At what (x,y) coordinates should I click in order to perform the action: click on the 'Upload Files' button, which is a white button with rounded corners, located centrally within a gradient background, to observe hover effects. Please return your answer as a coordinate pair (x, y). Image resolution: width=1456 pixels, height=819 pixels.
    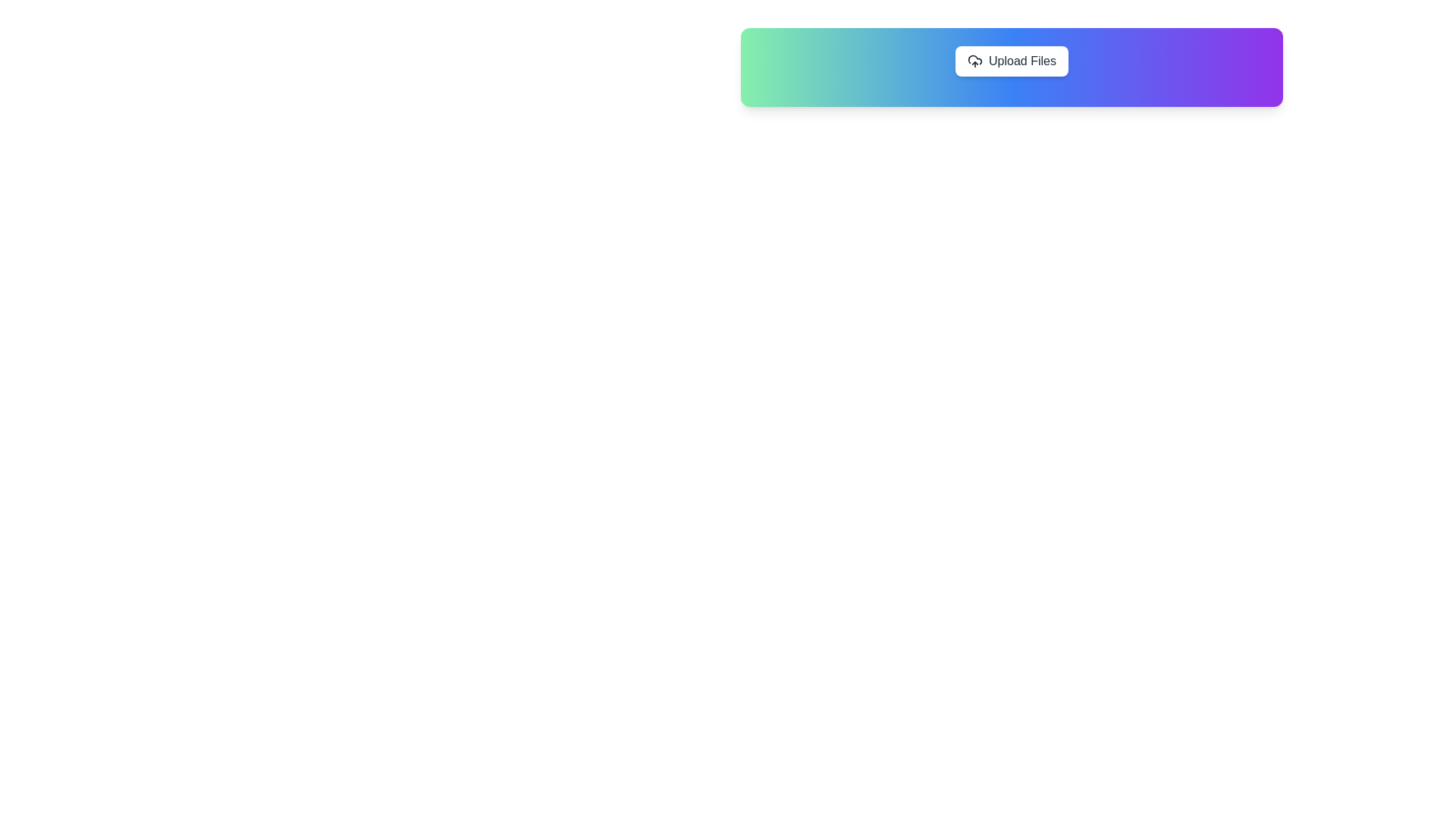
    Looking at the image, I should click on (1012, 61).